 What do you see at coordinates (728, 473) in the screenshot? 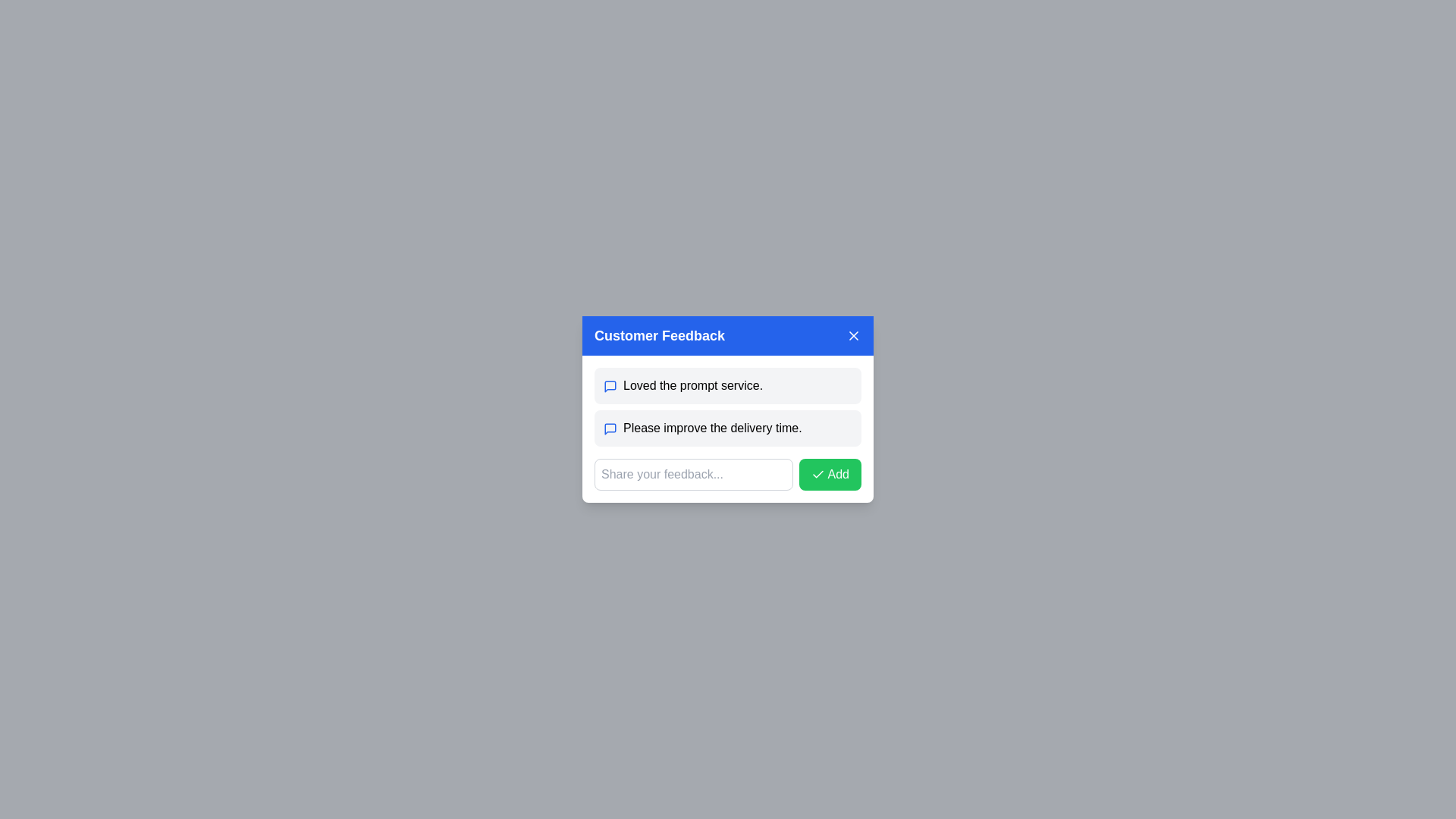
I see `the 'Add' button located at the bottom of the feedback input panel` at bounding box center [728, 473].